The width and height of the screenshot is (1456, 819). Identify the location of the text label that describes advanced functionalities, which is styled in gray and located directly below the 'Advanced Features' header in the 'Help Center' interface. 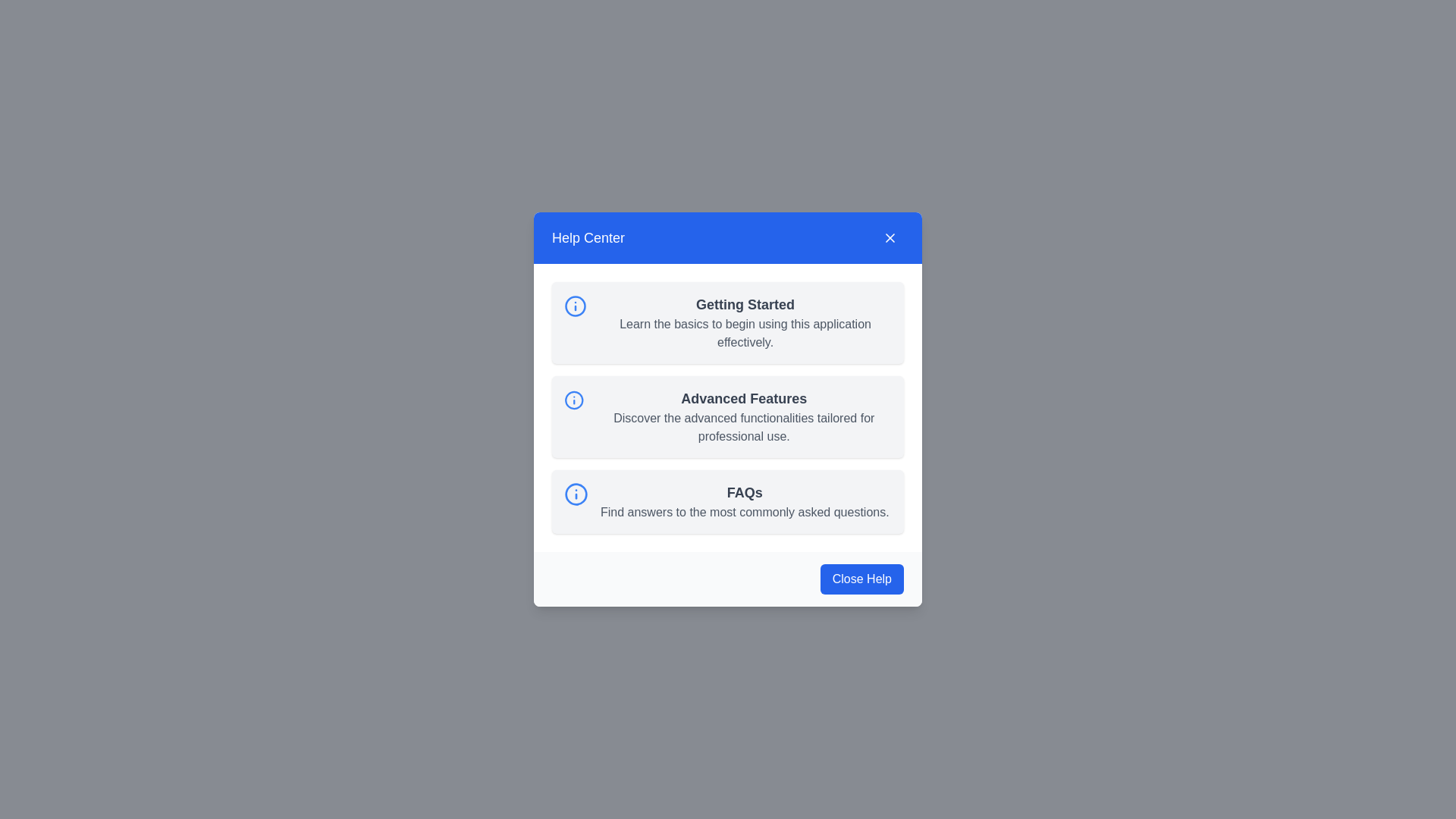
(744, 427).